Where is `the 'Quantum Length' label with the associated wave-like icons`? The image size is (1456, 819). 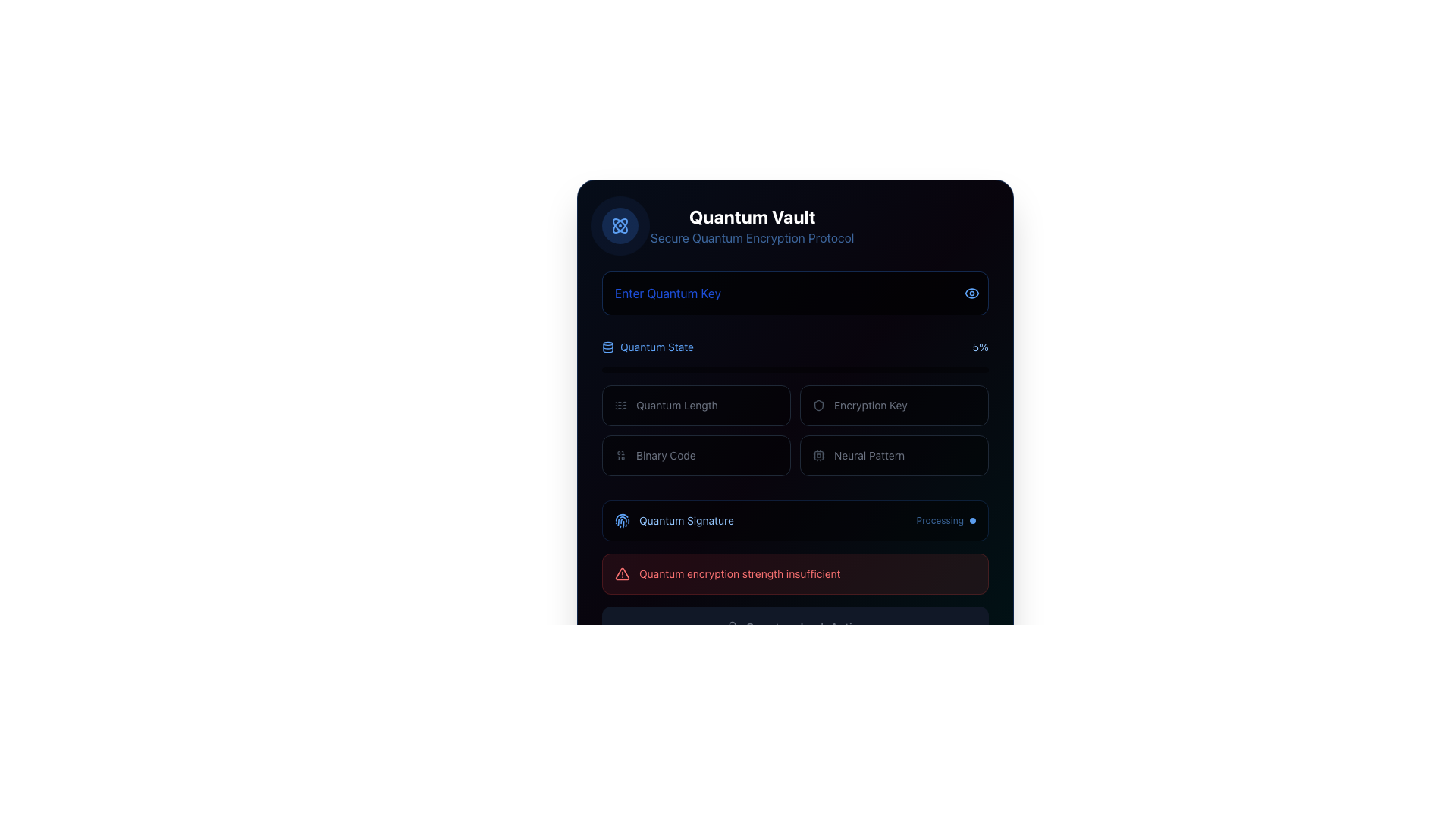 the 'Quantum Length' label with the associated wave-like icons is located at coordinates (695, 405).